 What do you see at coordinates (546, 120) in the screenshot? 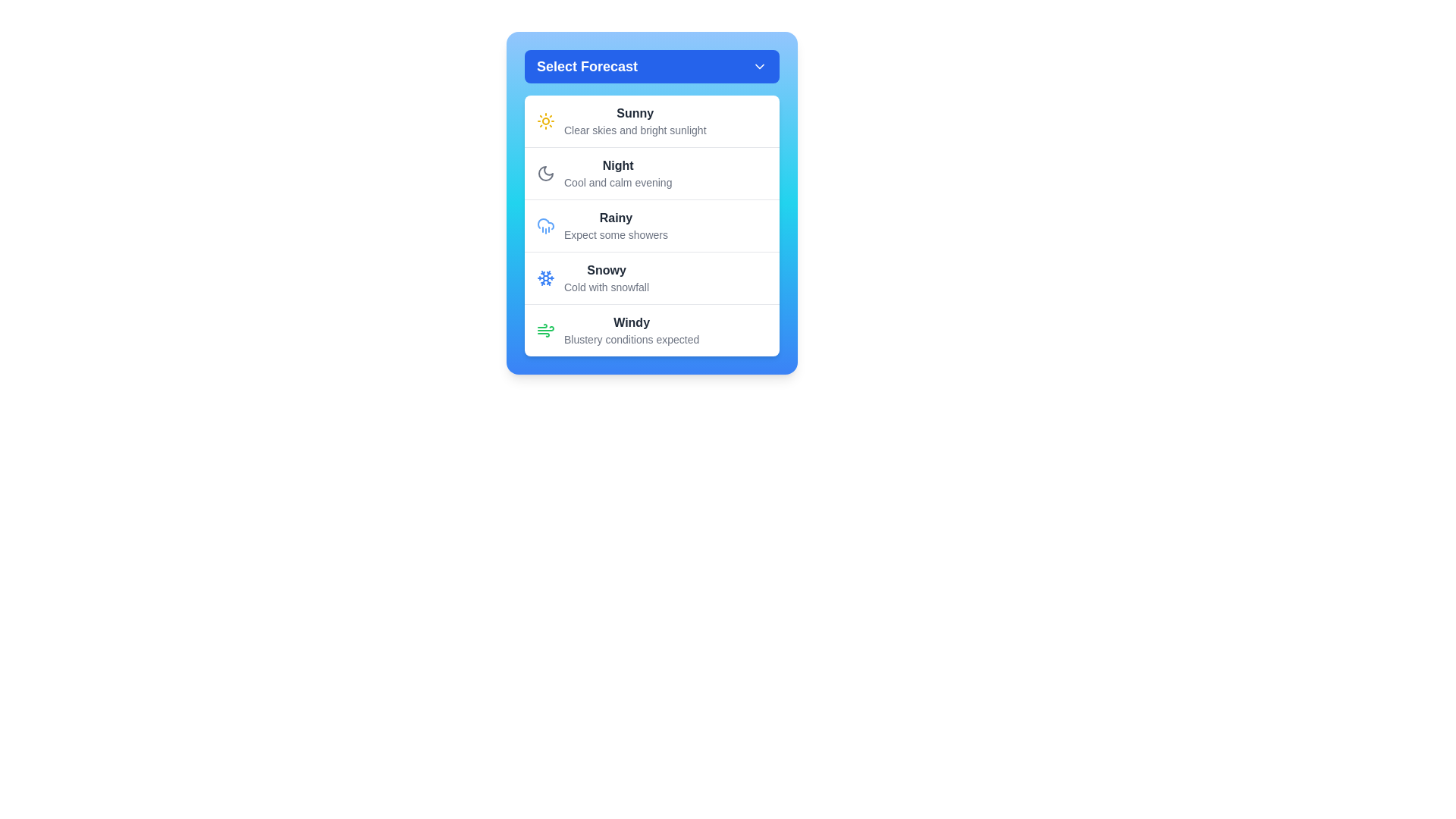
I see `the stylized sun icon located at the top-left of the 'Sunny' forecast item in the blue-themed weather forecast interface` at bounding box center [546, 120].